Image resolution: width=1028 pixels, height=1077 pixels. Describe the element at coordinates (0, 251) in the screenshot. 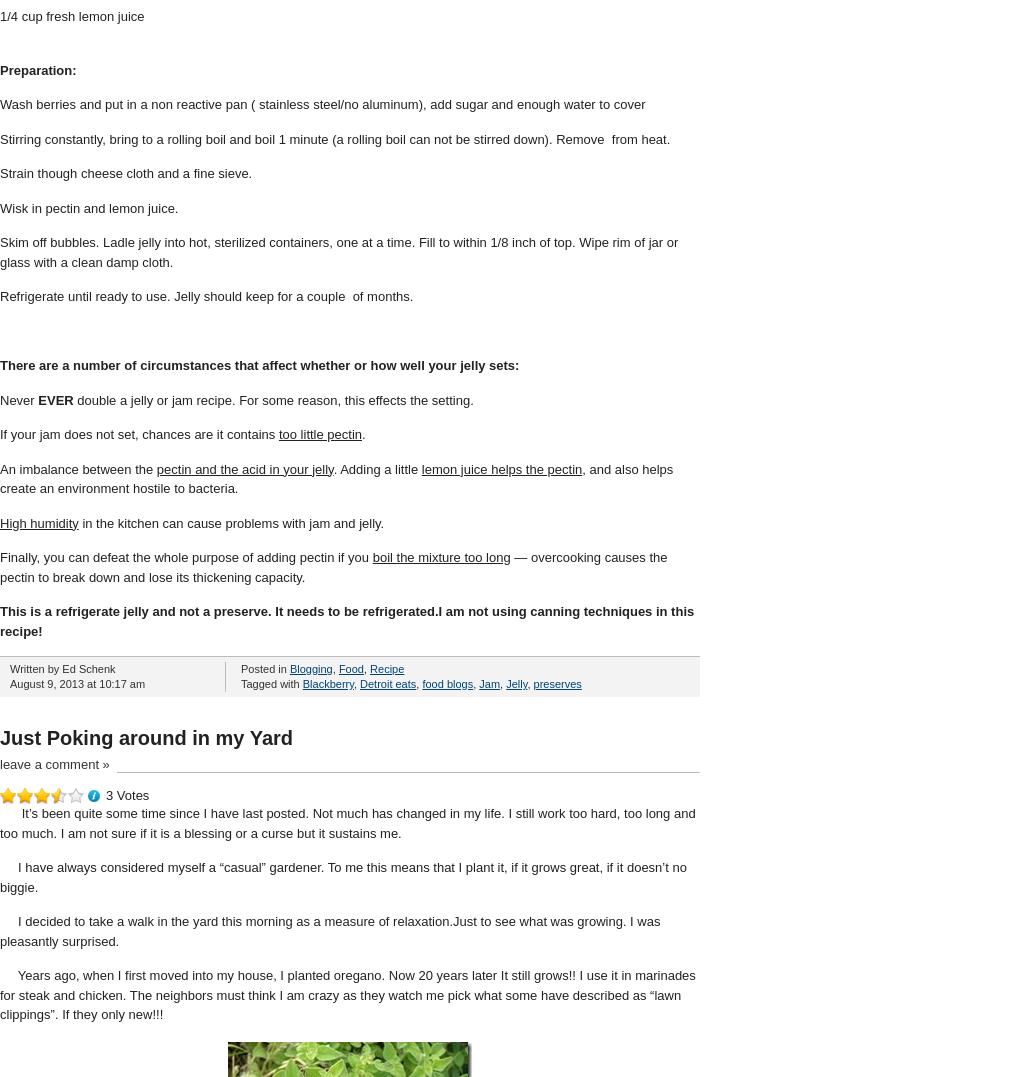

I see `'Skim off bubbles. Ladle jelly into hot, sterilized containers, one at a time. Fill to within 1/8 inch of top. Wipe rim of jar or glass with a clean damp cloth.'` at that location.